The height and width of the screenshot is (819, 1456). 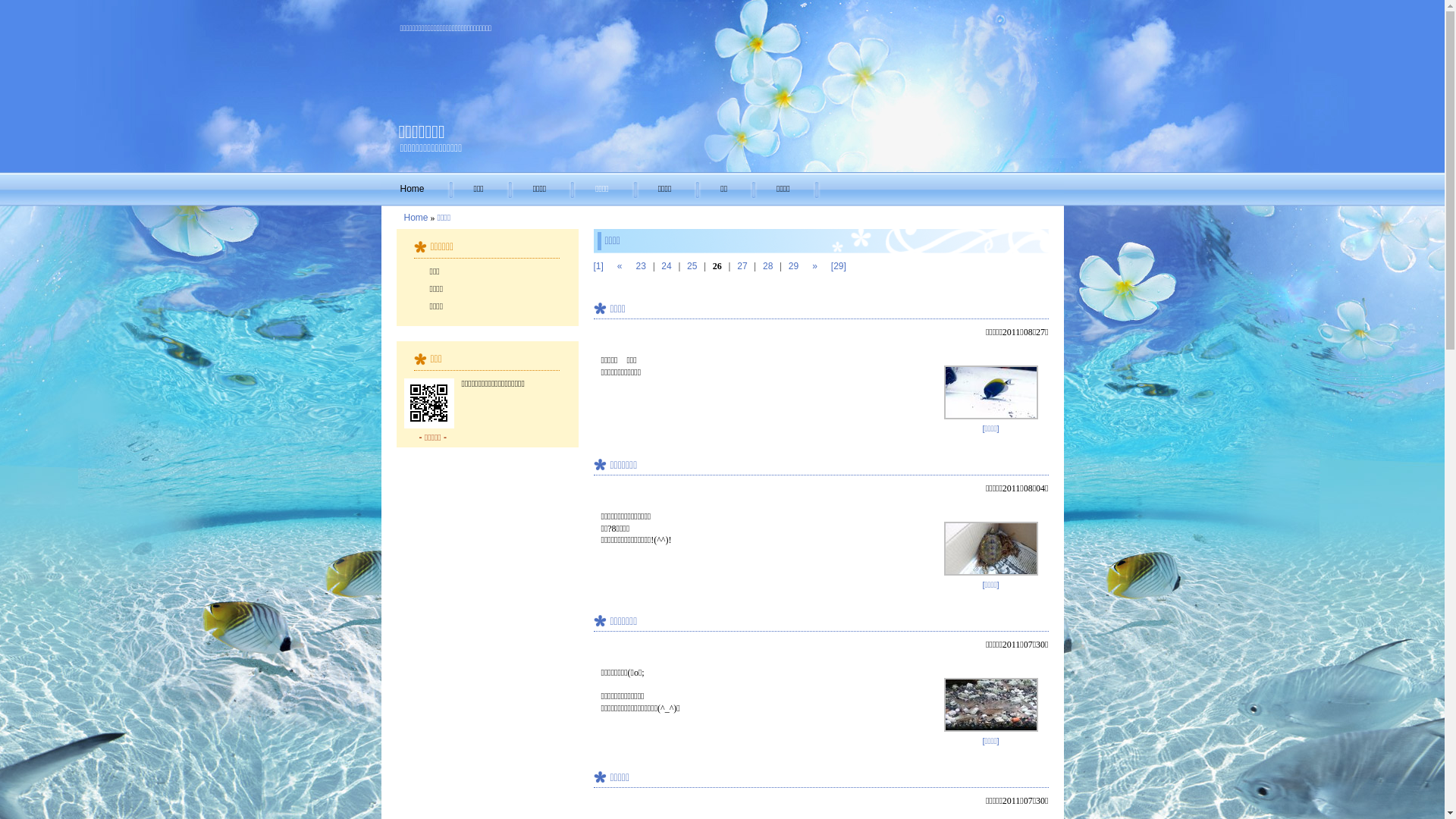 What do you see at coordinates (661, 265) in the screenshot?
I see `'24'` at bounding box center [661, 265].